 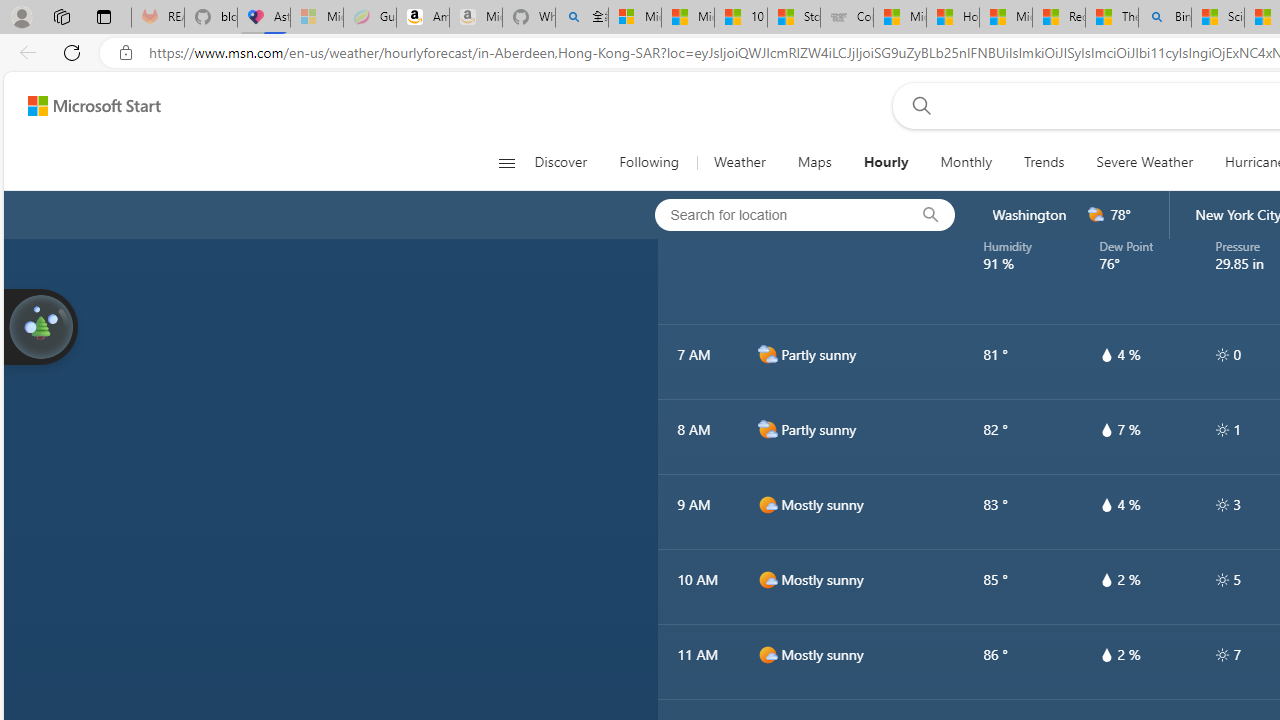 What do you see at coordinates (793, 17) in the screenshot?
I see `'Stocks - MSN'` at bounding box center [793, 17].